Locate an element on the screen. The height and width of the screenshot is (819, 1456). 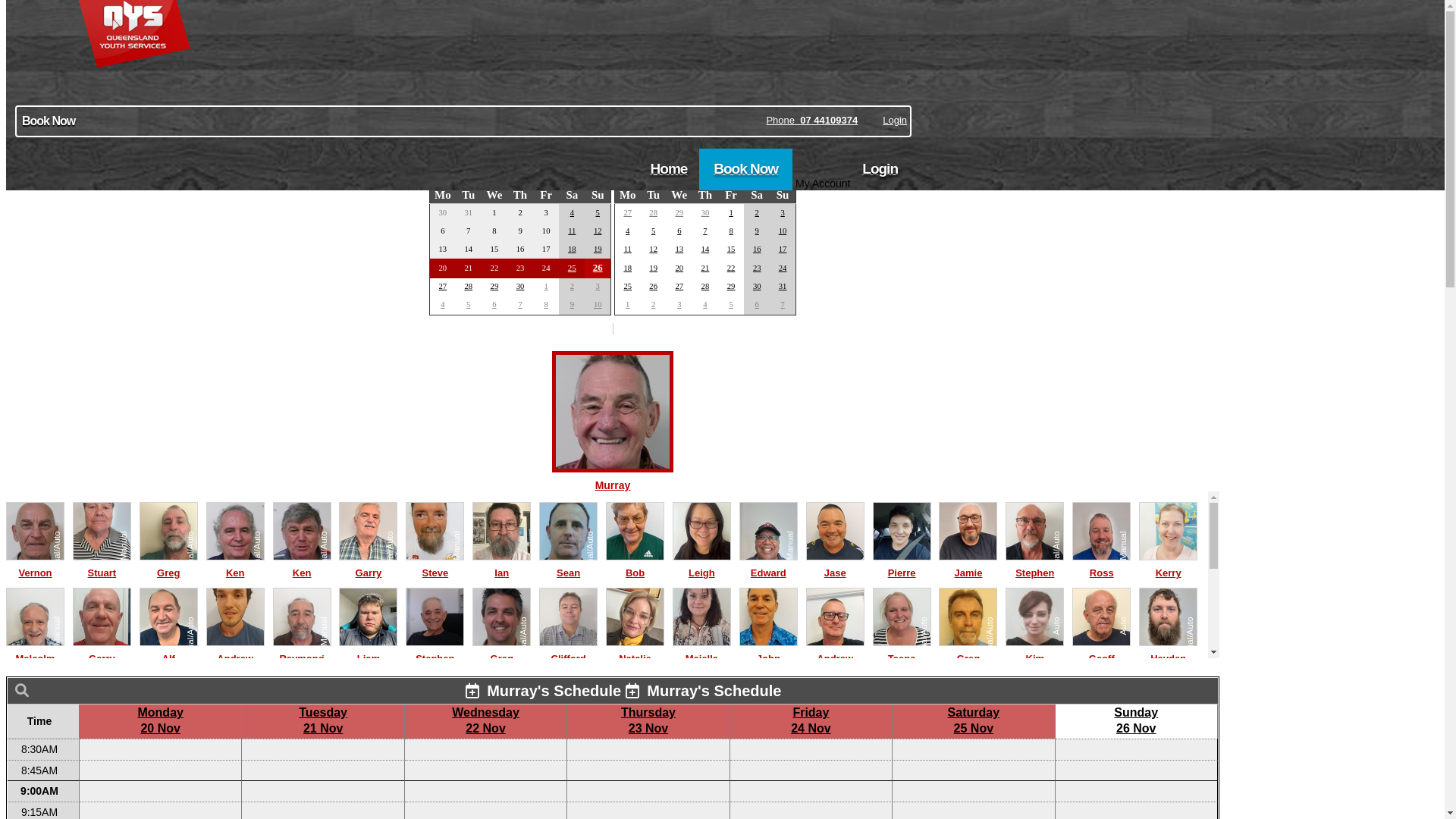
'Tuesday is located at coordinates (322, 719).